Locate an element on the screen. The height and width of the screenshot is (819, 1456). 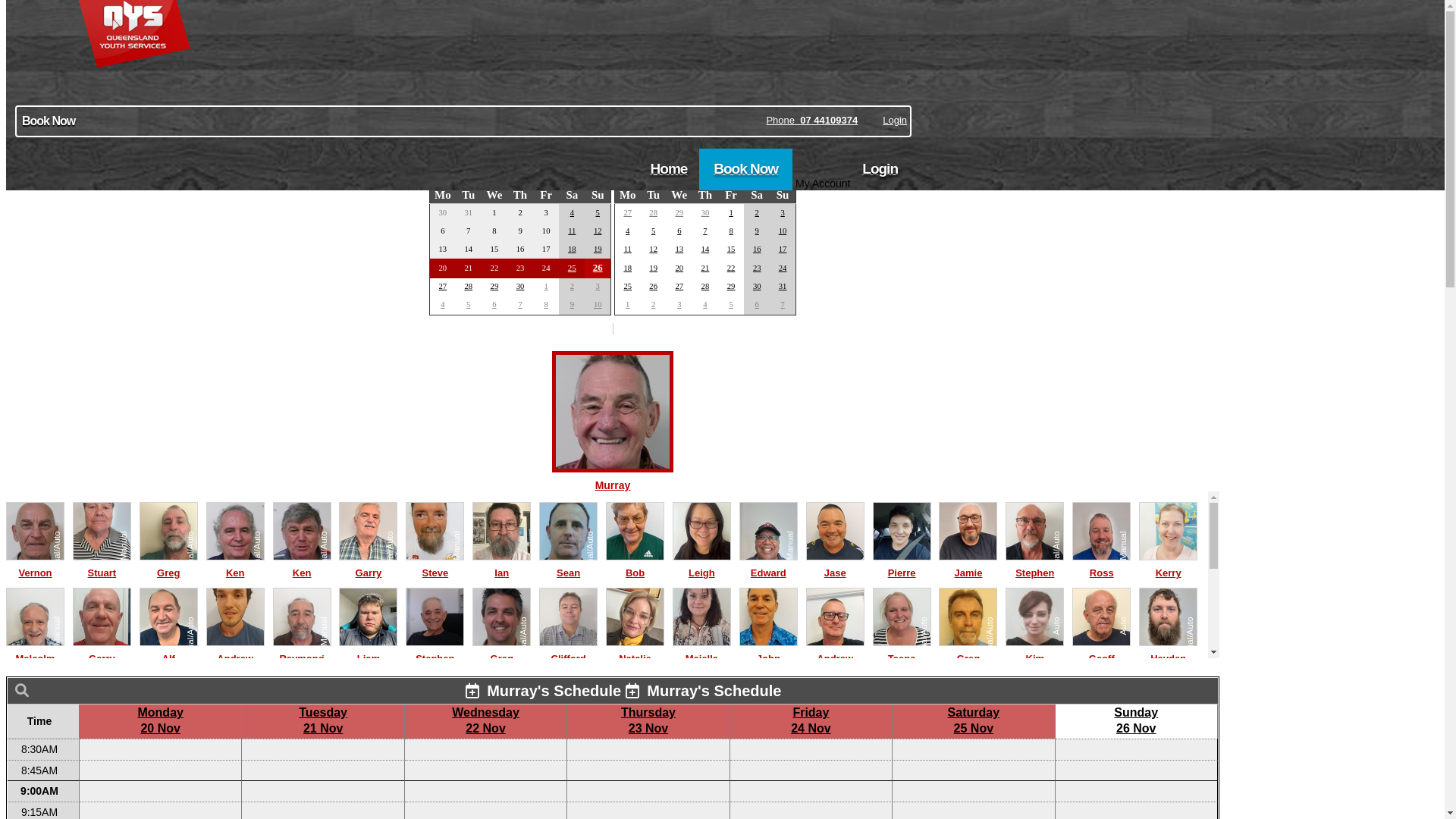
'Tuesday is located at coordinates (322, 719).